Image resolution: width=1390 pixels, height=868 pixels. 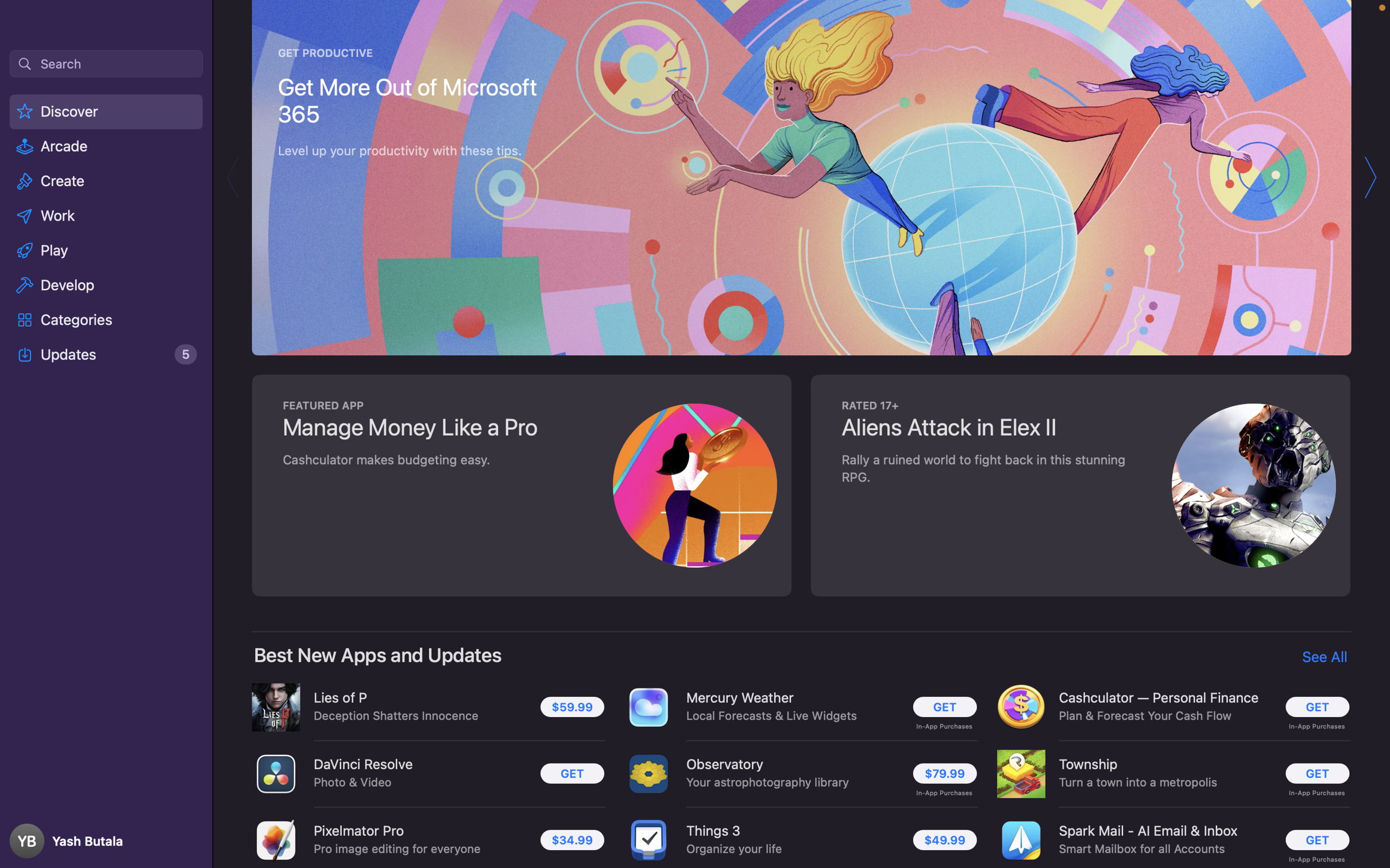 What do you see at coordinates (1314, 841) in the screenshot?
I see `up the "Spark Mail - AI Email & Inbox" application on your system` at bounding box center [1314, 841].